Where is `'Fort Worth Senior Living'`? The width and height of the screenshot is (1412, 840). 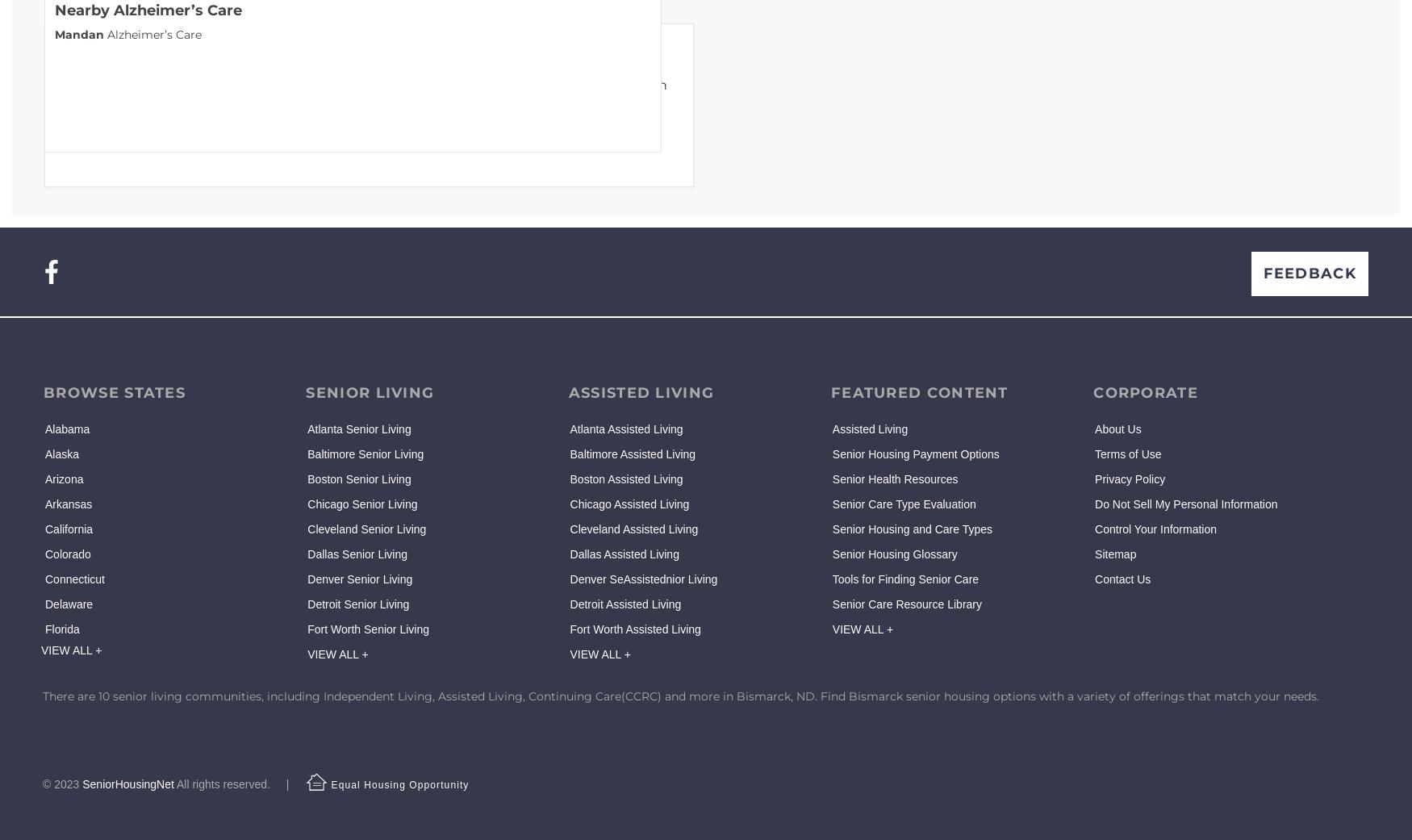
'Fort Worth Senior Living' is located at coordinates (306, 629).